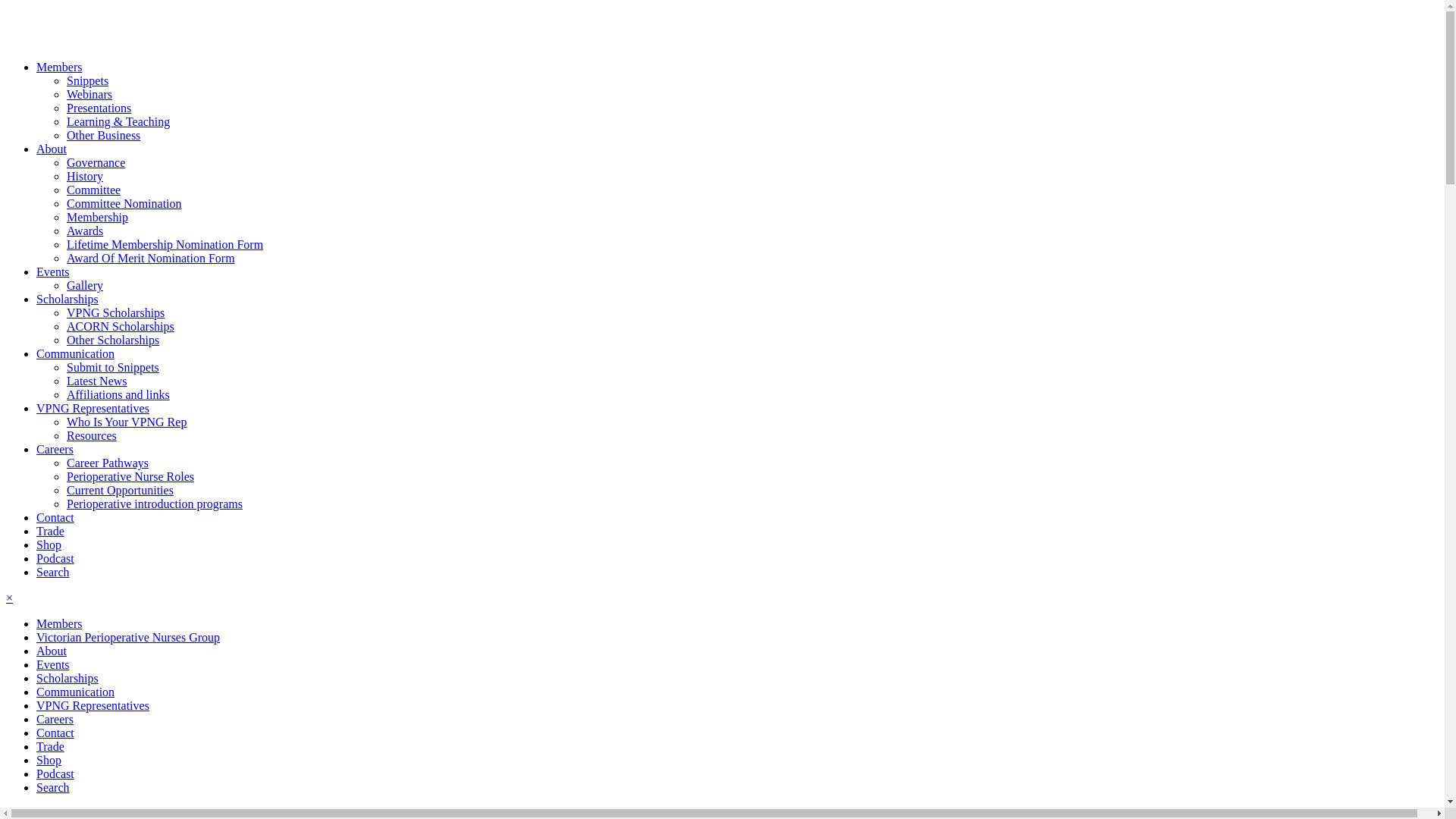  What do you see at coordinates (127, 422) in the screenshot?
I see `'Who Is Your VPNG Rep'` at bounding box center [127, 422].